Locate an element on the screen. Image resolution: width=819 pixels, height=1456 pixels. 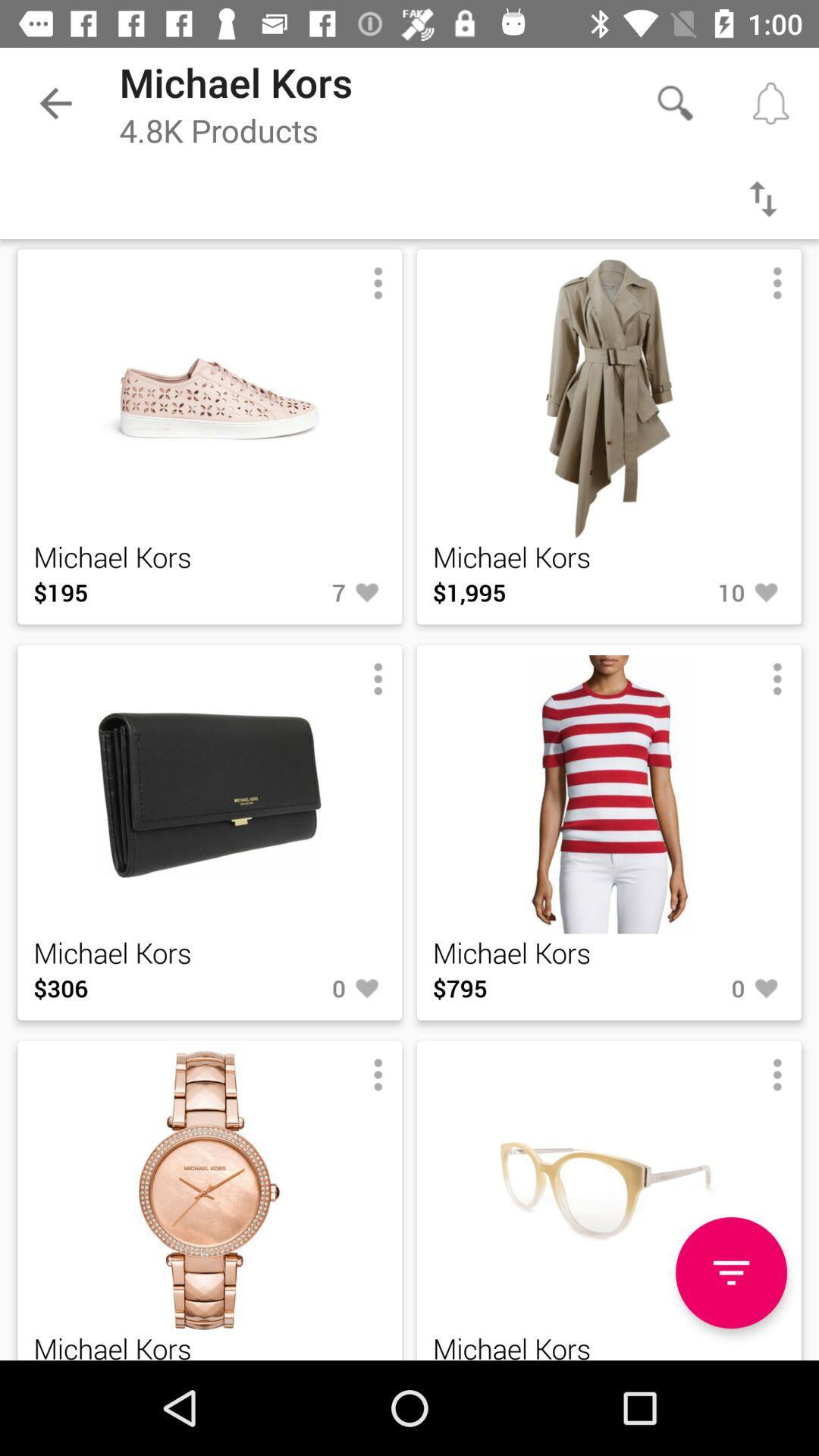
icon next to $1,995 item is located at coordinates (697, 591).